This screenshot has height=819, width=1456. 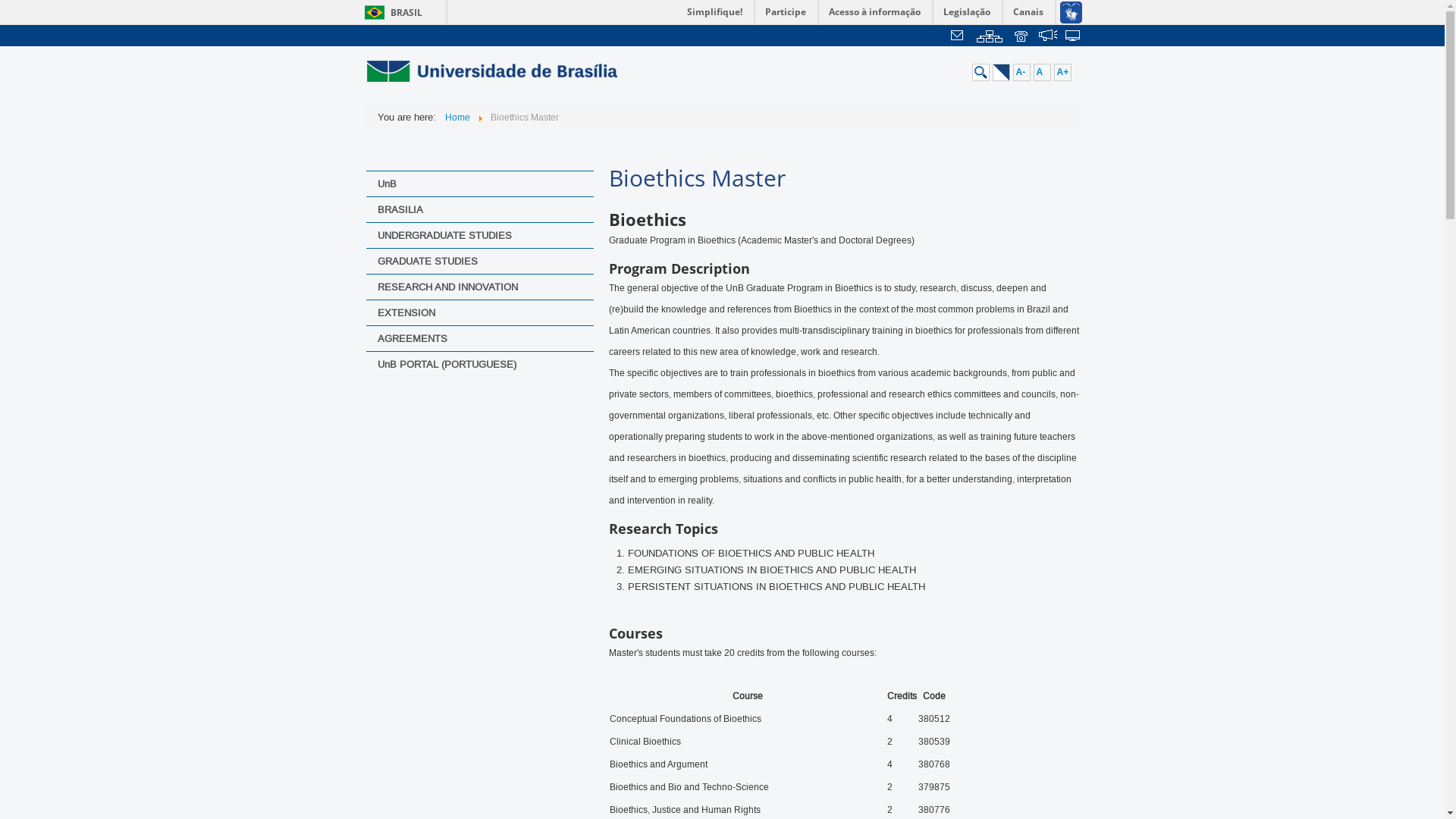 I want to click on 'UNDERGRADUATE STUDIES', so click(x=479, y=235).